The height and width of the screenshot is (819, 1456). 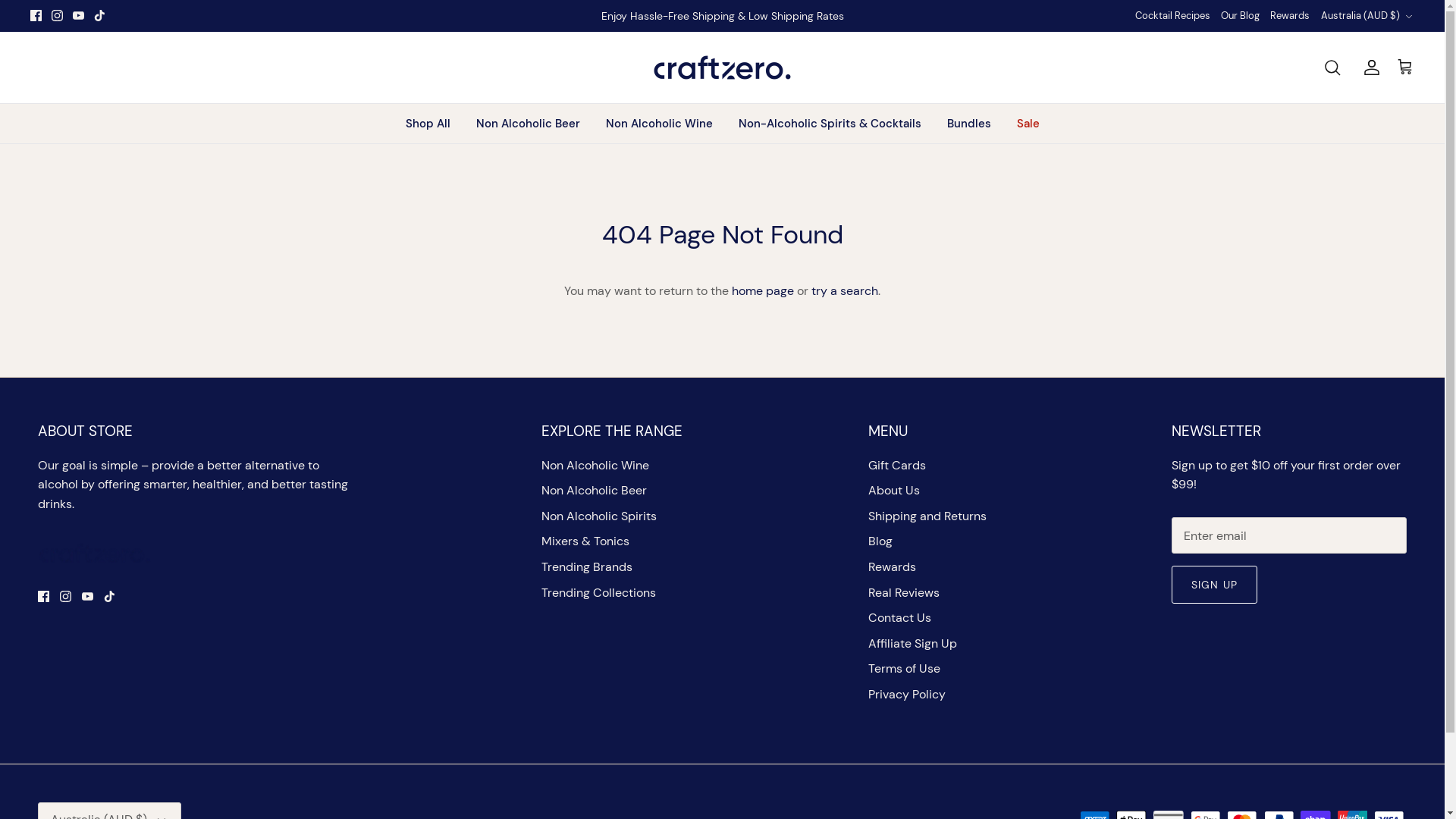 I want to click on 'Facebook', so click(x=43, y=595).